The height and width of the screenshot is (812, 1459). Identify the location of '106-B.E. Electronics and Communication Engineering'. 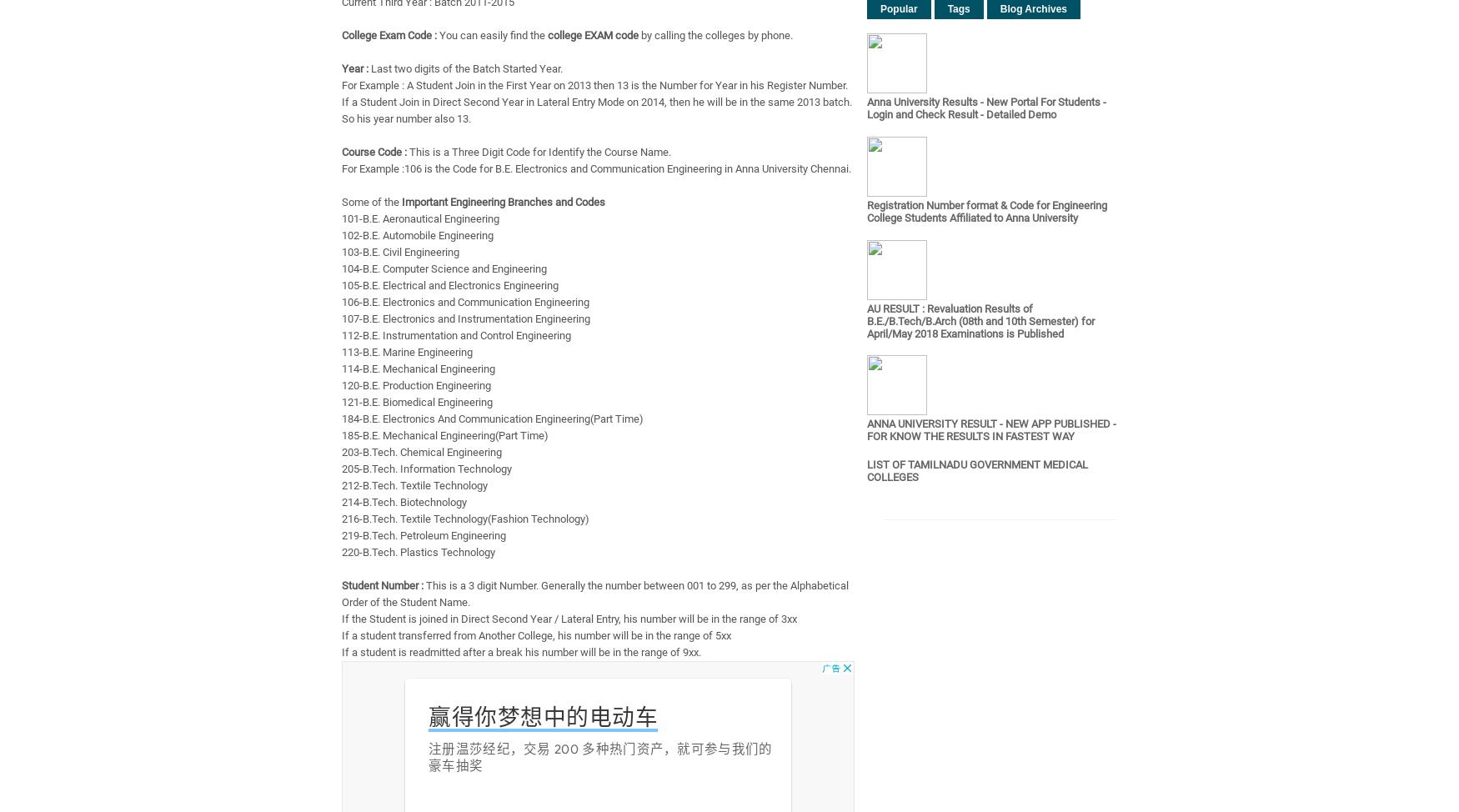
(464, 302).